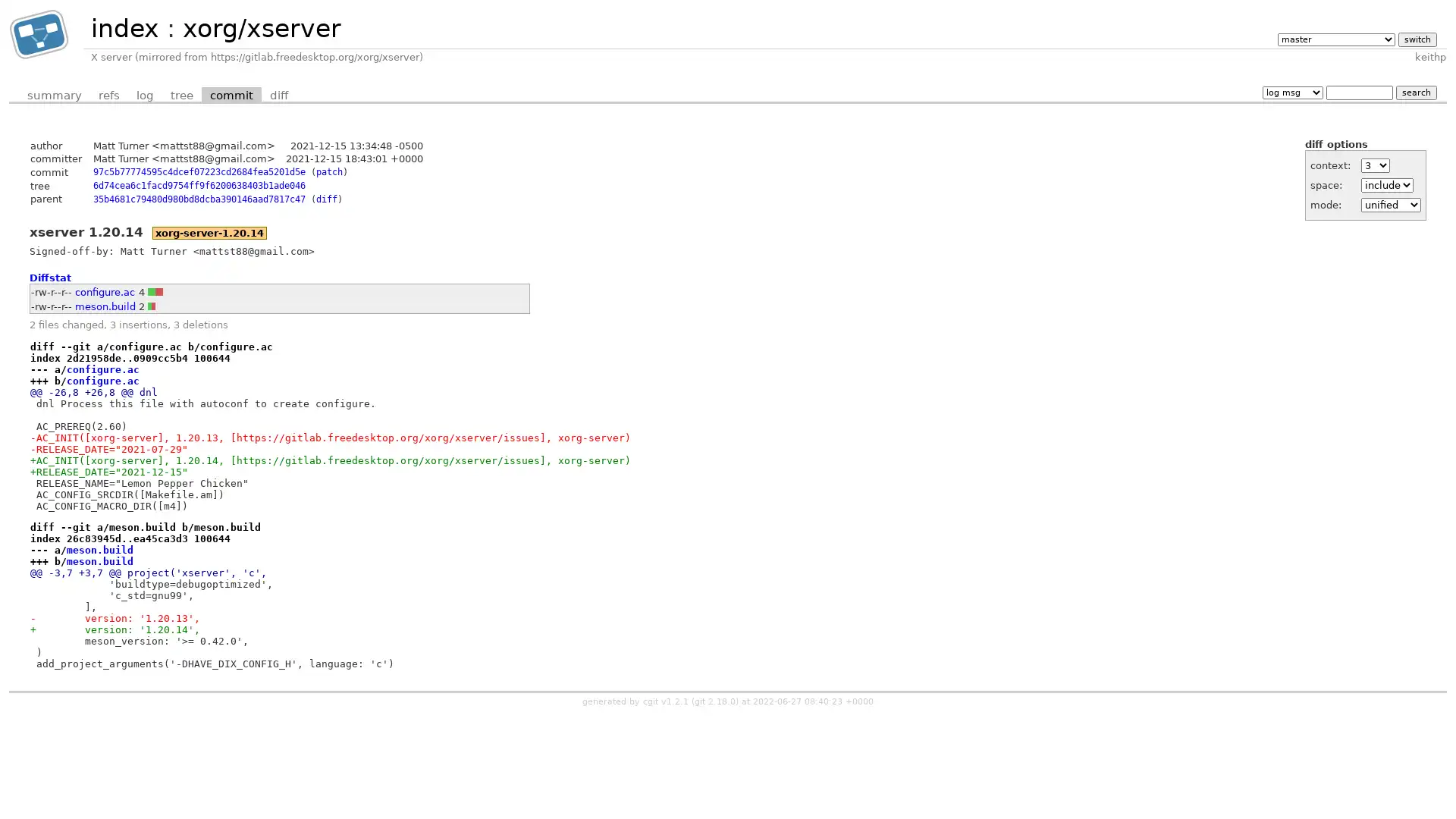 The image size is (1456, 819). I want to click on switch, so click(1416, 38).